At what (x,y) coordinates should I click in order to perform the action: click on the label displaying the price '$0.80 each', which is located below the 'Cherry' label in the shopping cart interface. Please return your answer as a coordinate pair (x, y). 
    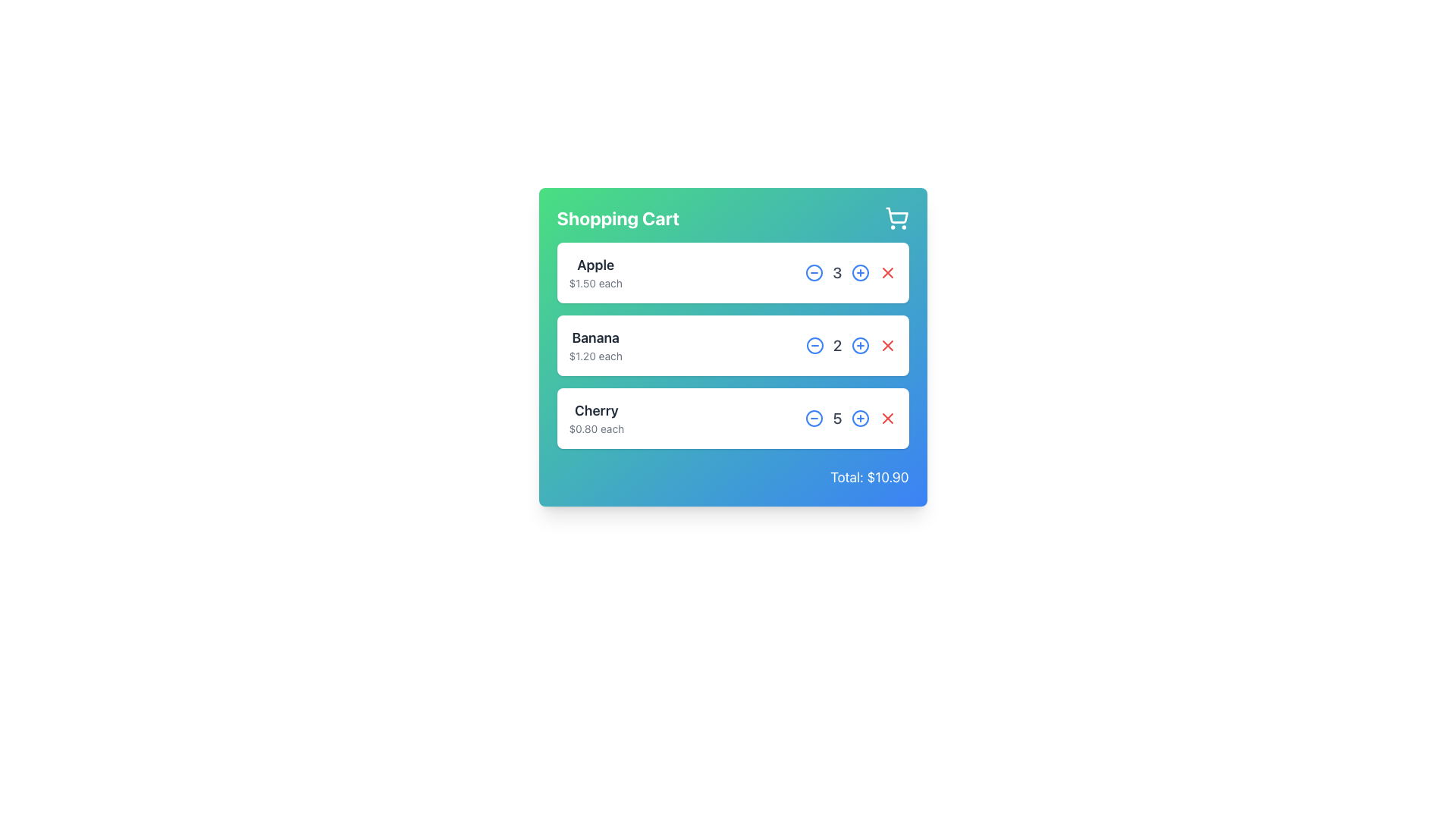
    Looking at the image, I should click on (595, 429).